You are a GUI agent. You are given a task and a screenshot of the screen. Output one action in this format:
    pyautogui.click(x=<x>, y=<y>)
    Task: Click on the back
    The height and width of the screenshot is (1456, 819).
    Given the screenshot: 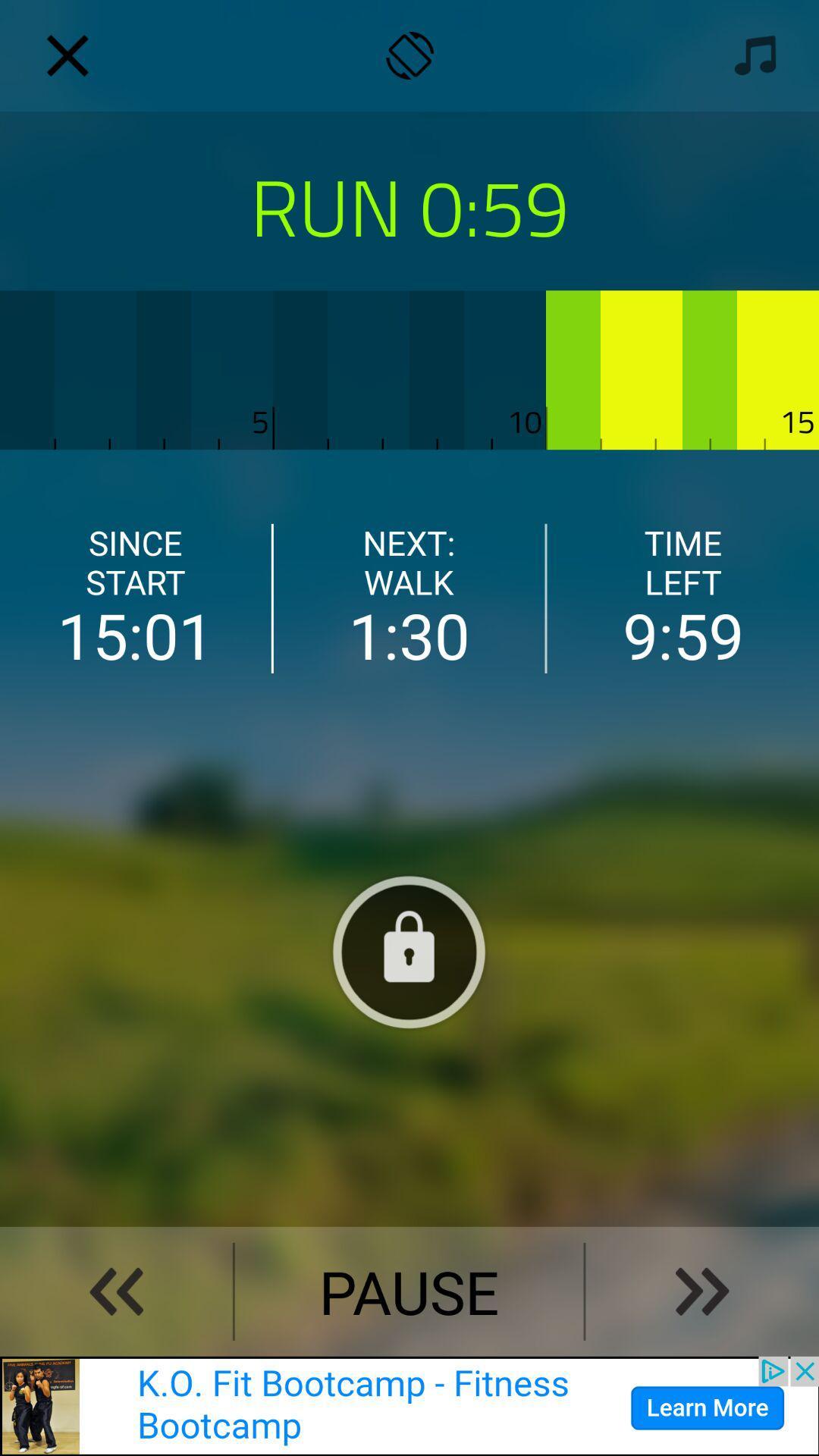 What is the action you would take?
    pyautogui.click(x=115, y=1291)
    